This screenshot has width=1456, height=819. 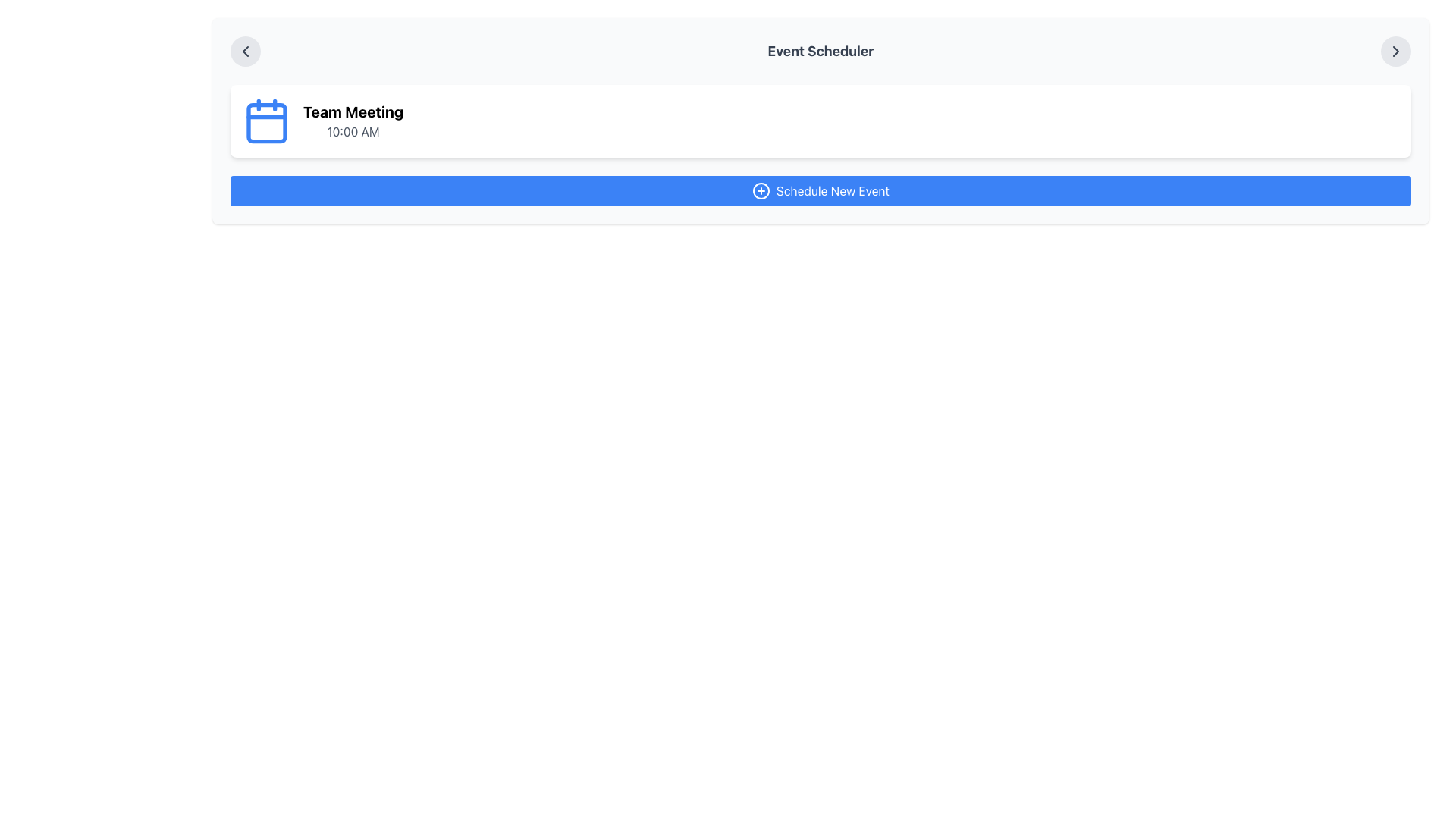 What do you see at coordinates (761, 190) in the screenshot?
I see `the circular icon with a plus symbol located to the left of the 'Schedule New Event' text` at bounding box center [761, 190].